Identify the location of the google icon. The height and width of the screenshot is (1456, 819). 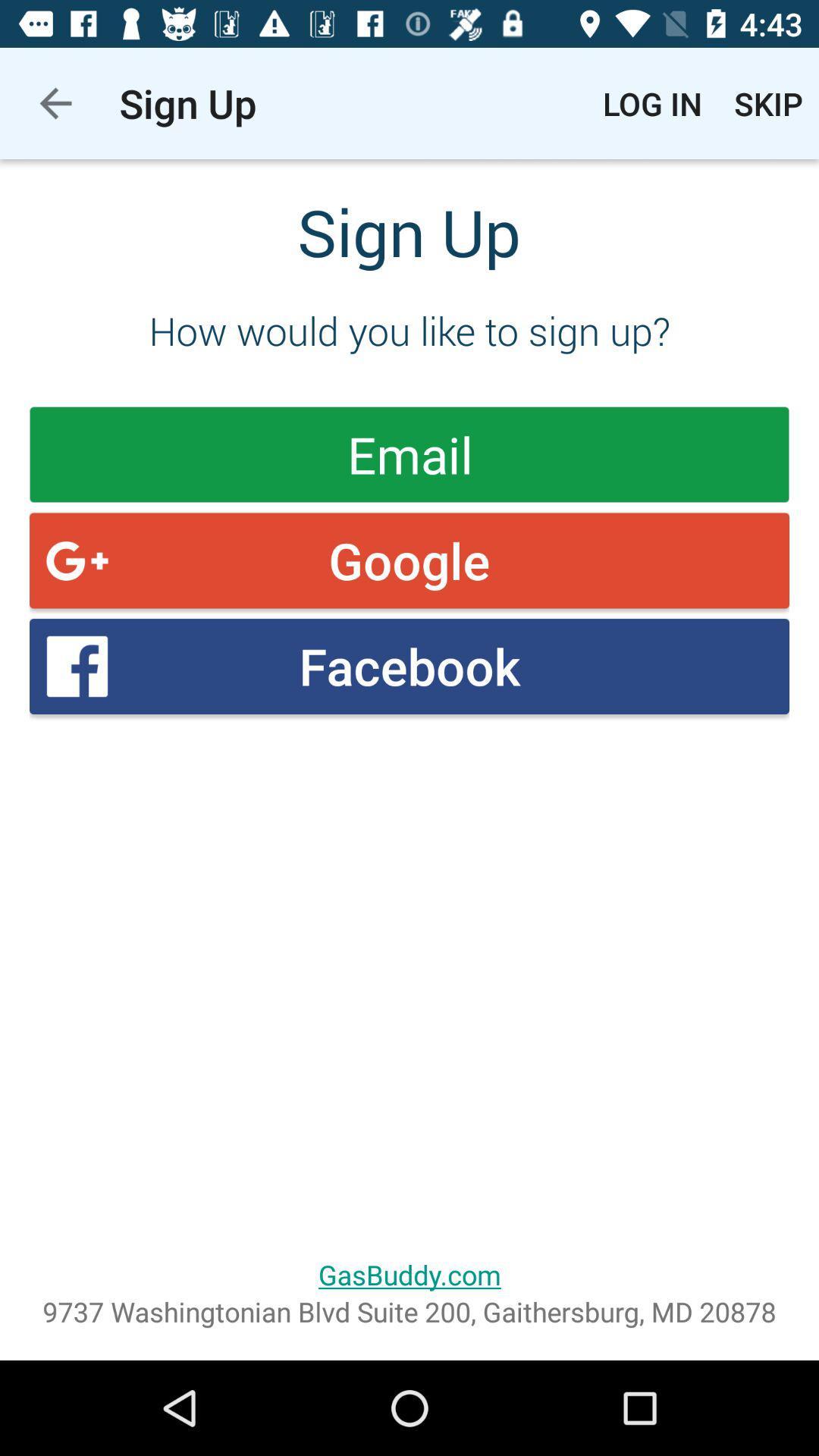
(409, 560).